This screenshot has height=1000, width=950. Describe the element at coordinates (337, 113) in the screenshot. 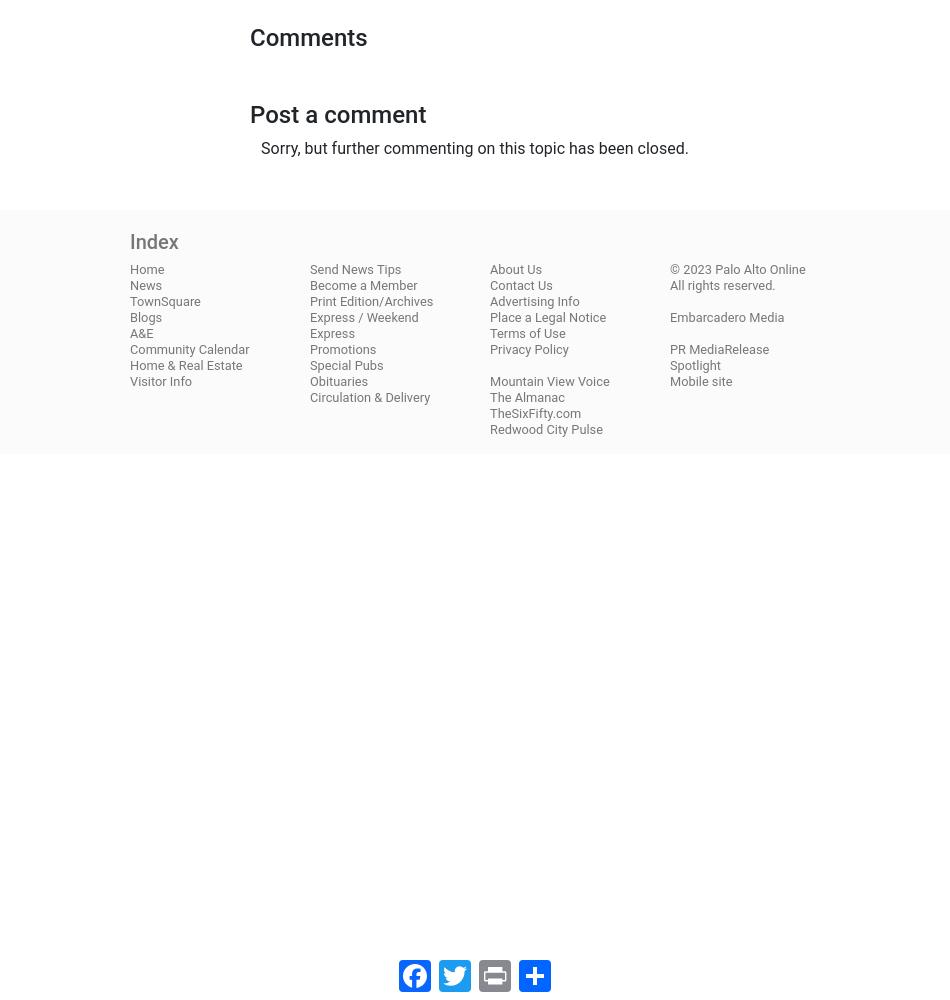

I see `'Post a comment'` at that location.